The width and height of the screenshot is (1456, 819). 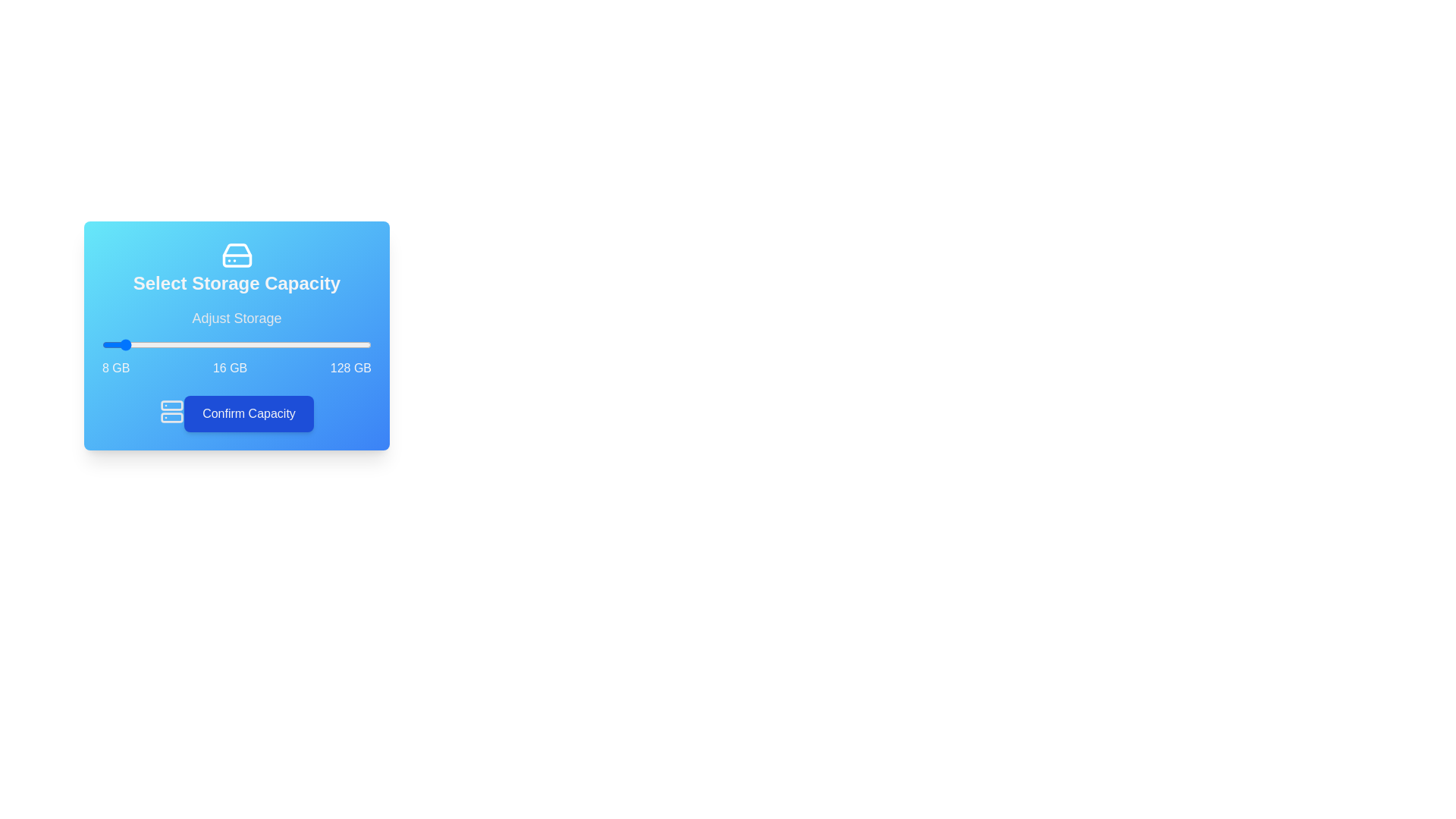 I want to click on the storage slider to set the capacity to 119 GB, so click(x=350, y=345).